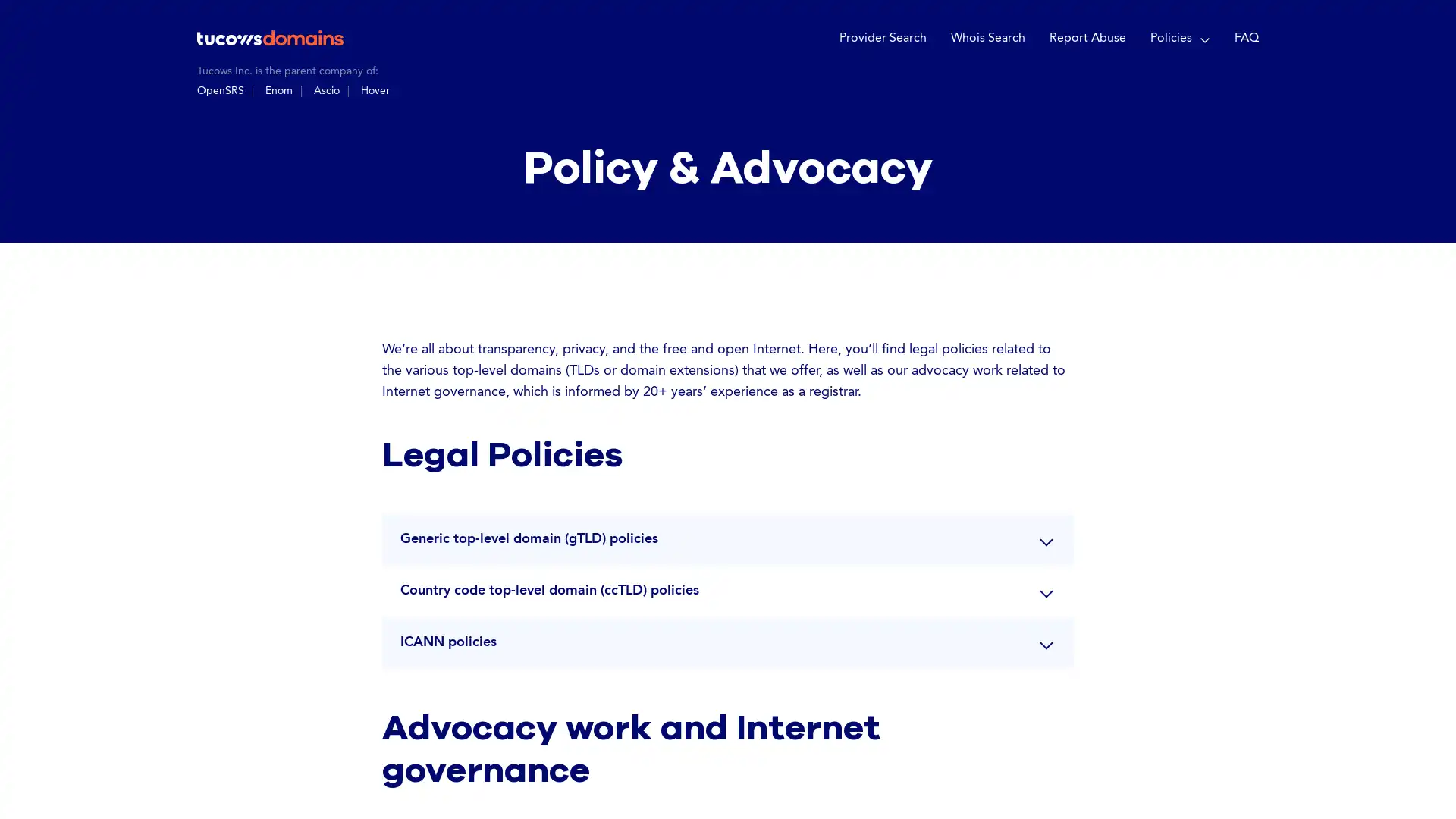  What do you see at coordinates (728, 641) in the screenshot?
I see `ICANN policies` at bounding box center [728, 641].